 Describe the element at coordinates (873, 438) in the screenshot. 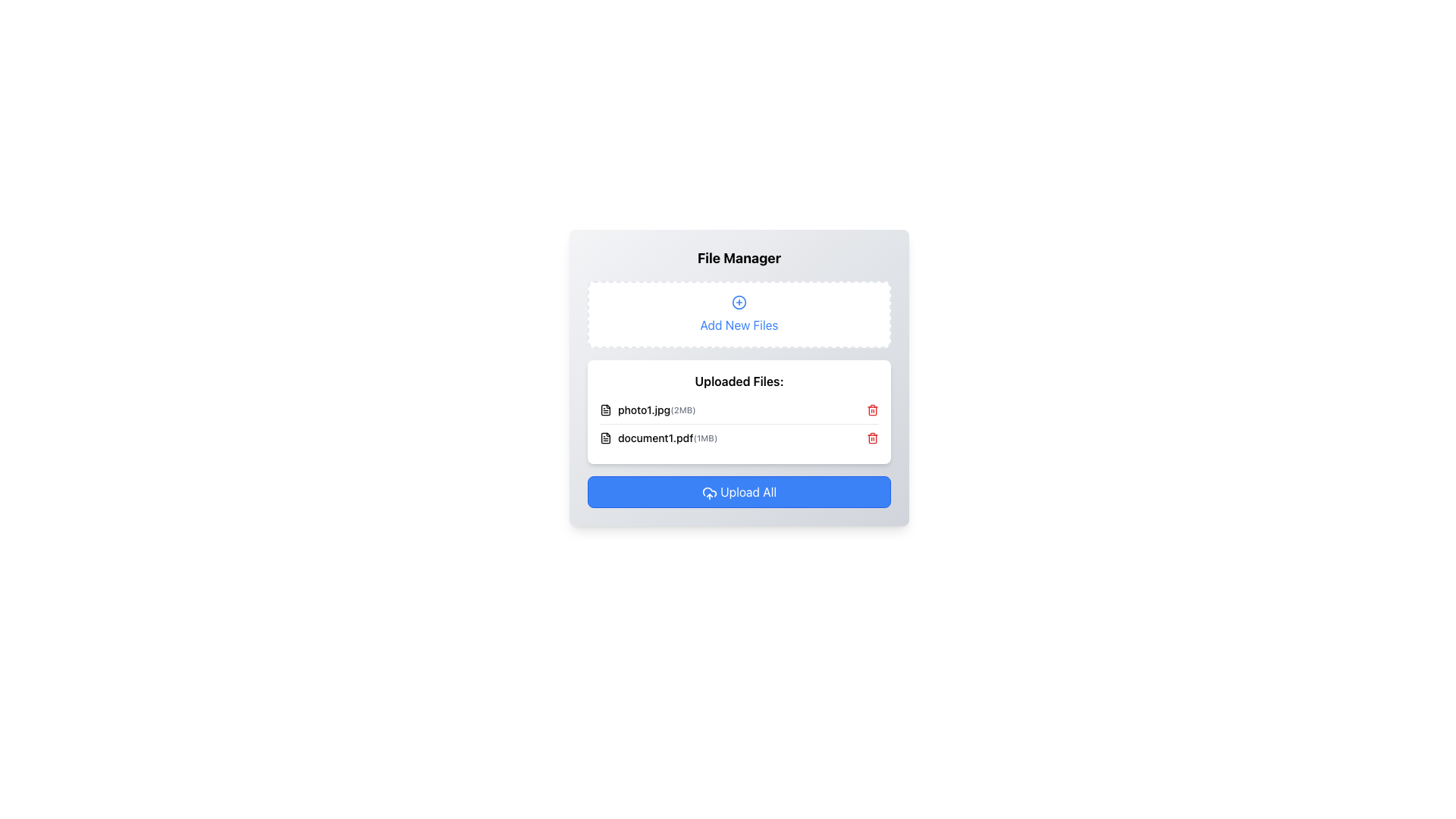

I see `the delete icon represented by a red trash bin image located to the far right of 'document1.pdf (1MB)' in the second row of the 'Uploaded Files' section` at that location.